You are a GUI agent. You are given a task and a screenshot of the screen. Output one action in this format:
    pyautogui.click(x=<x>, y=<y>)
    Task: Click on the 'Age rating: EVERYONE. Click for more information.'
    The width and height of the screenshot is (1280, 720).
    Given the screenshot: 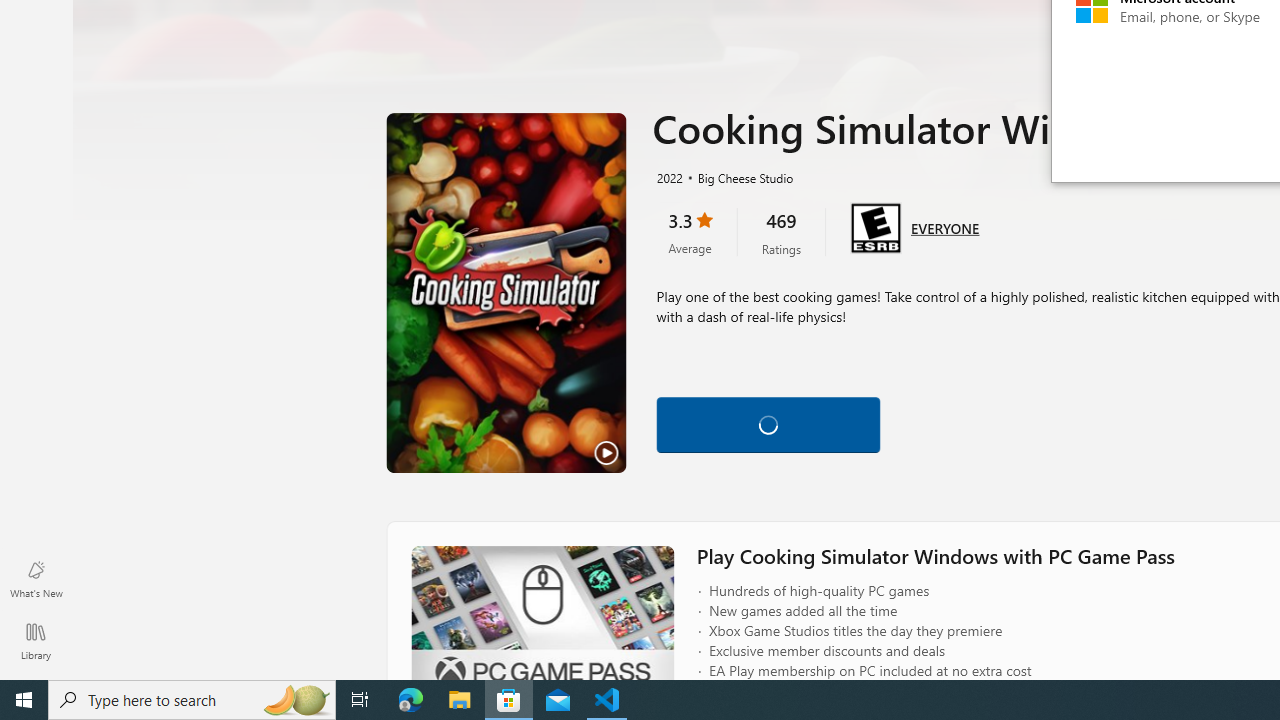 What is the action you would take?
    pyautogui.click(x=944, y=225)
    